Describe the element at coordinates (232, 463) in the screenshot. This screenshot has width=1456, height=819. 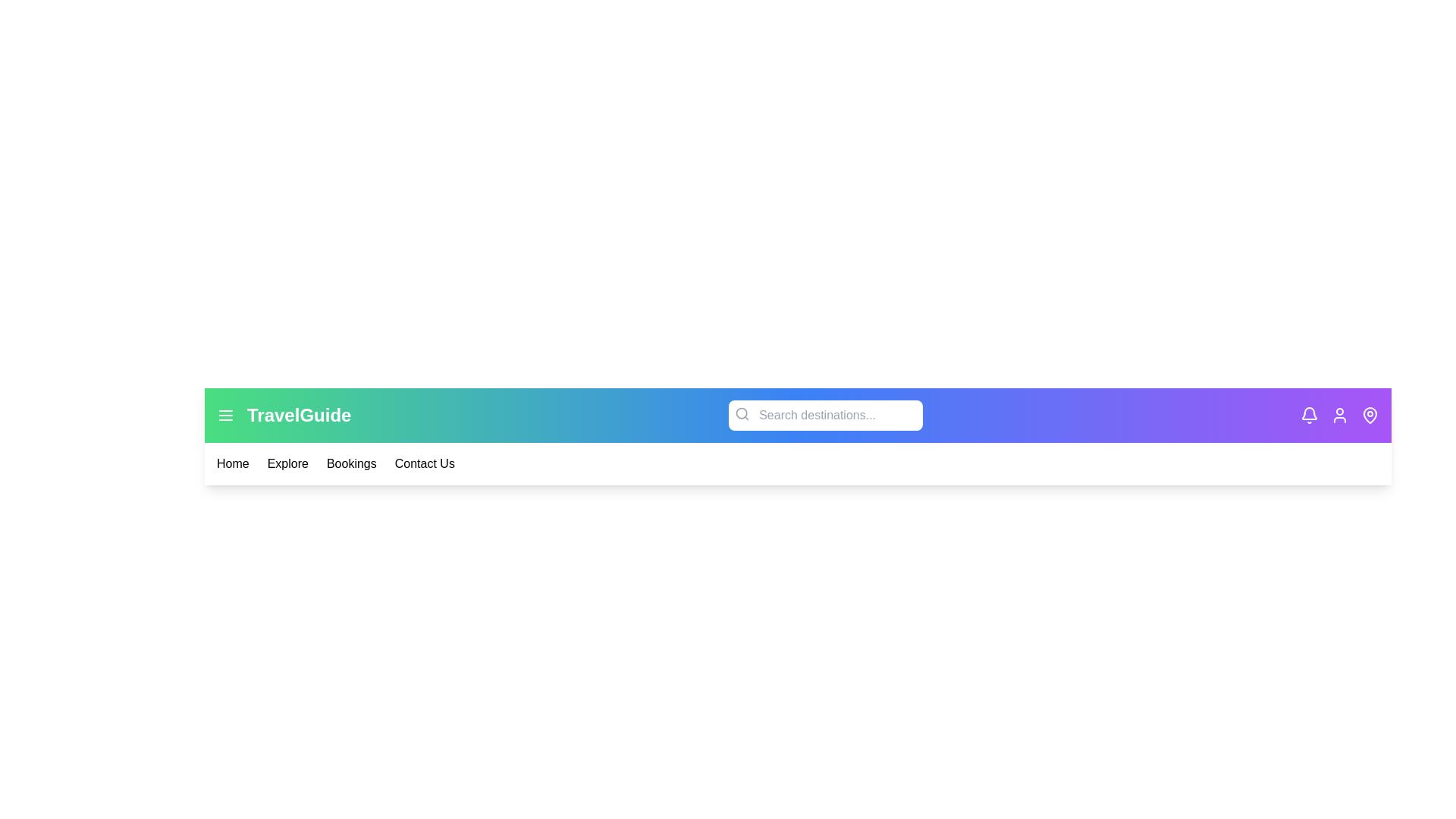
I see `the menu item Home from the navigation bar` at that location.